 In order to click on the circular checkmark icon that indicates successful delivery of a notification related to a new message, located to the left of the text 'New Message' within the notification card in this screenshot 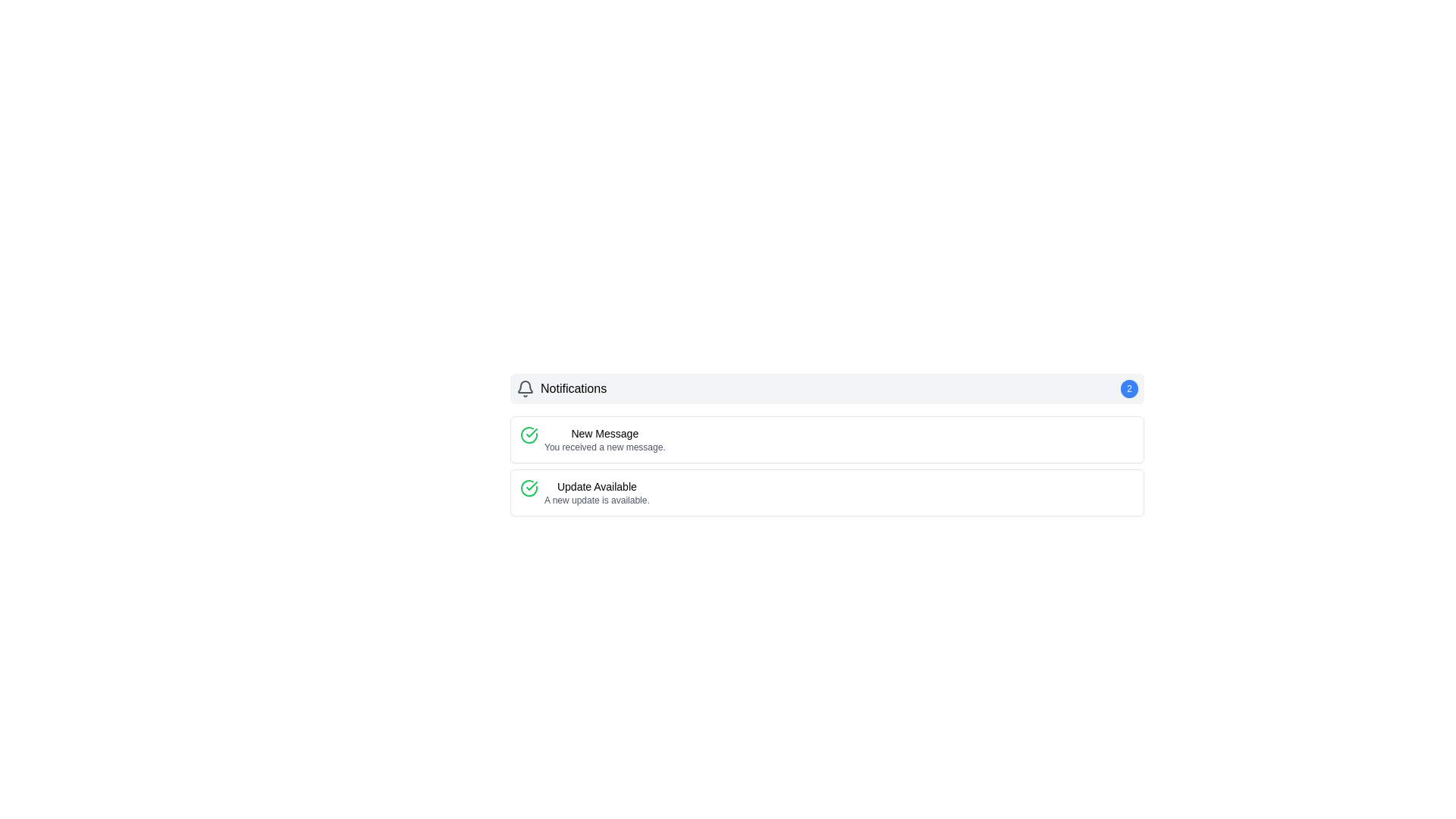, I will do `click(529, 435)`.